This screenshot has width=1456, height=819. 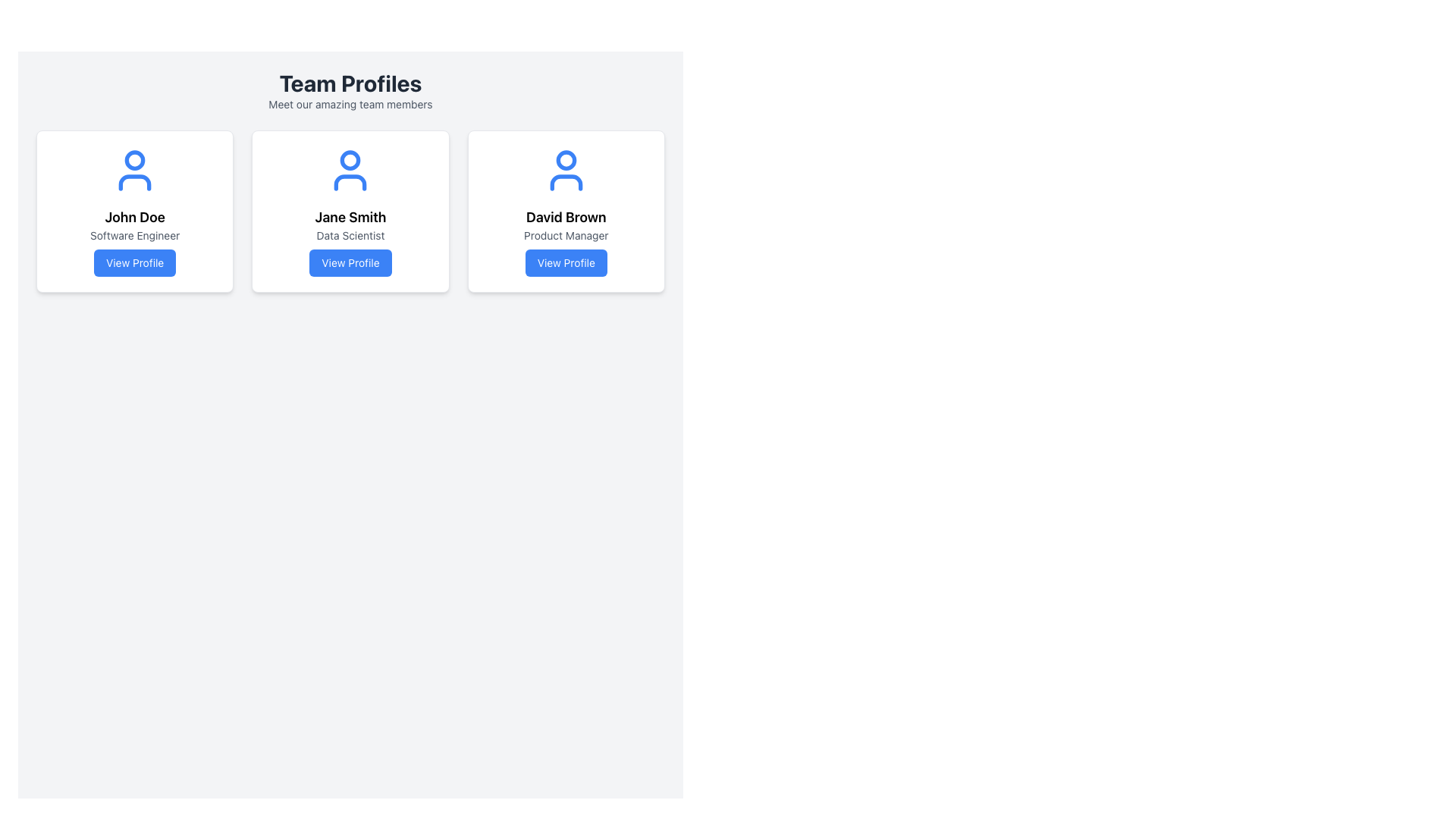 What do you see at coordinates (135, 262) in the screenshot?
I see `the button located at the bottom of the first profile card, which allows navigation to the profile page of 'John Doe'` at bounding box center [135, 262].